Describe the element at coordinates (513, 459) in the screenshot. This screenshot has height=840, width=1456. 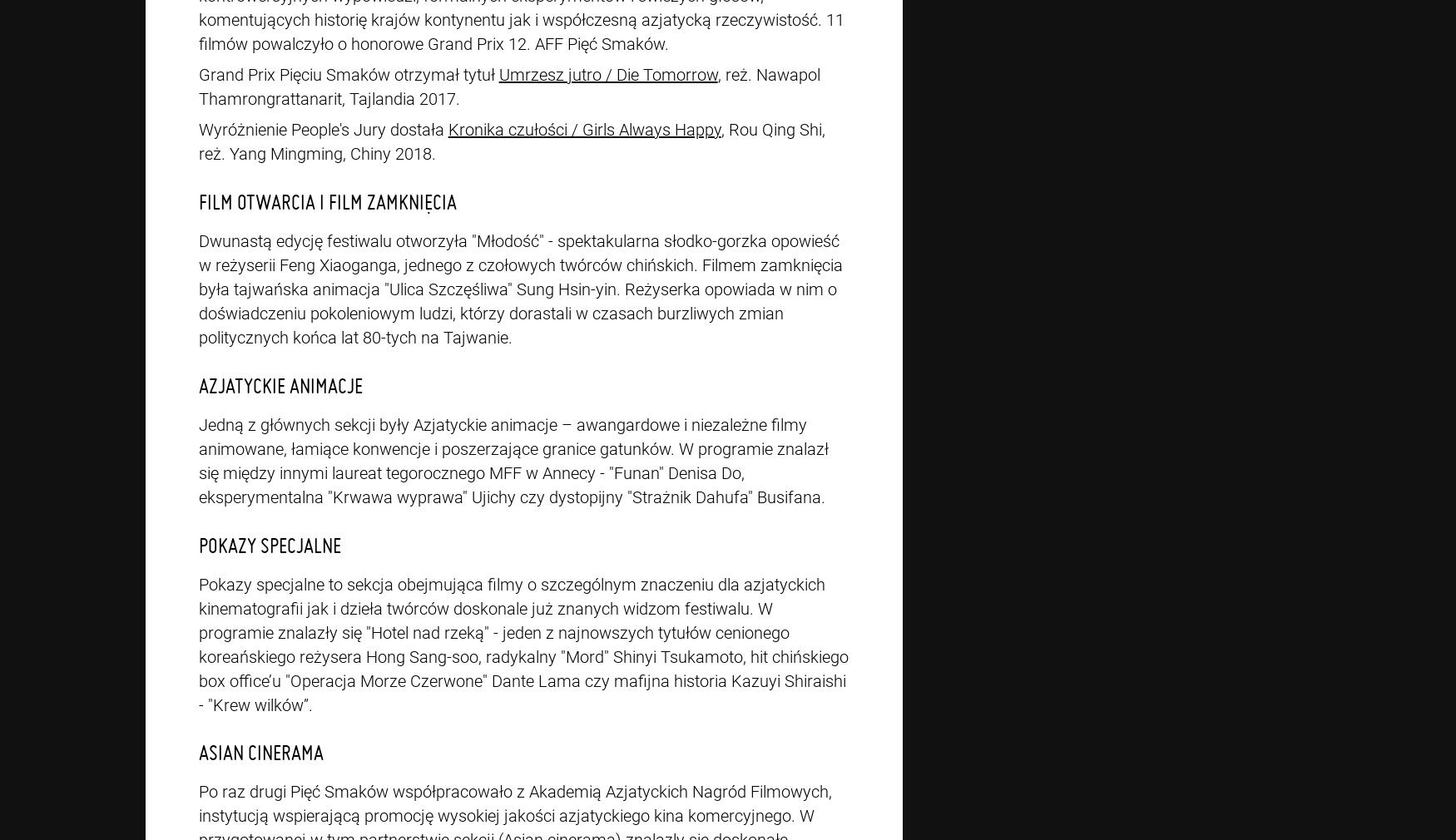
I see `'Jedną z głównych sekcji były Azjatyckie animacje – awangardowe i niezależne filmy animowane, łamiące konwencje i poszerzające granice gatunków. W programie znalazł się między innymi laureat tegorocznego MFF w Annecy - "Funan" Denisa Do, eksperymentalna "Krwawa wyprawa" Ujichy czy dystopijny "Strażnik Dahufa" Busifana.'` at that location.